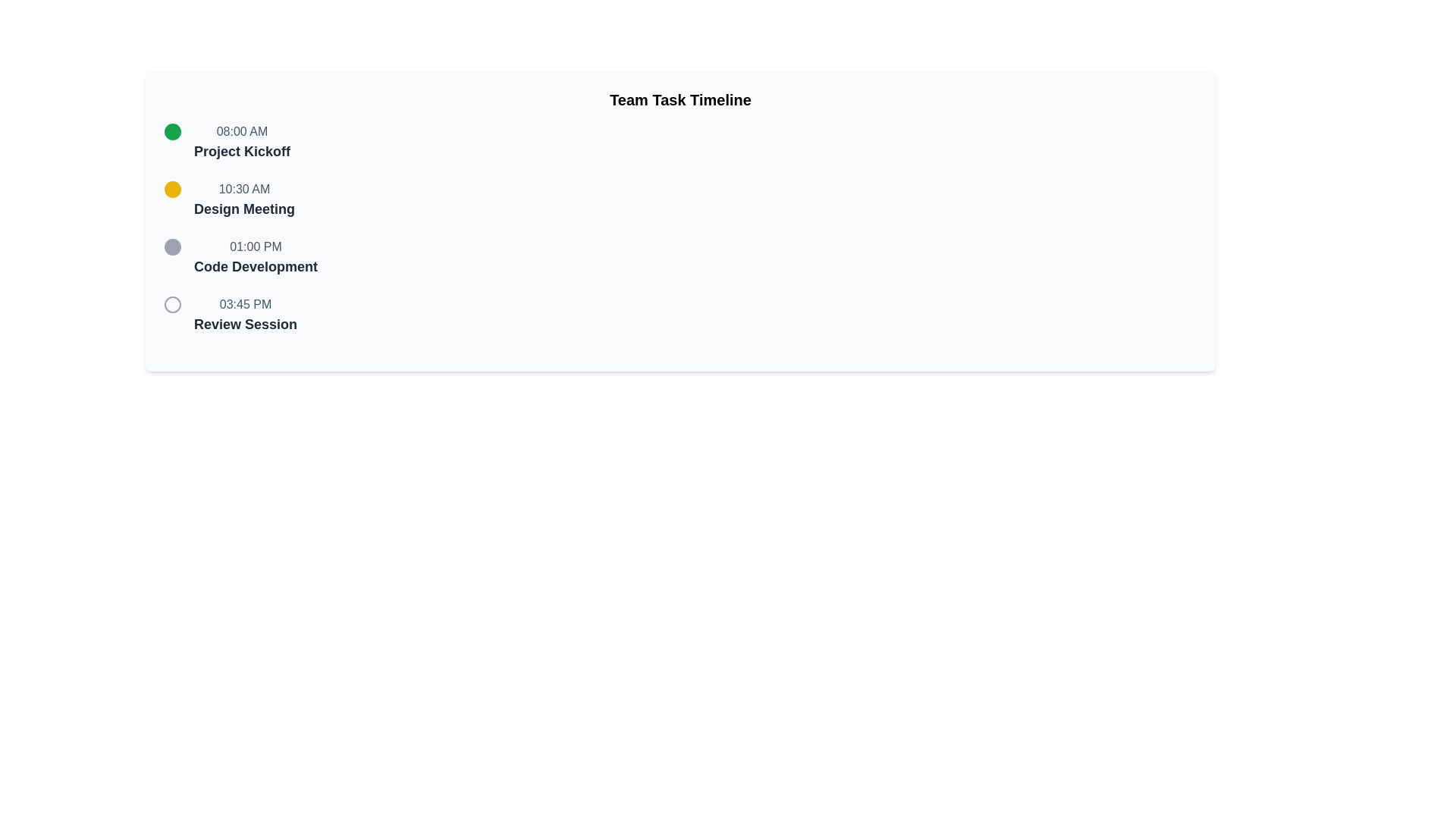 The image size is (1456, 819). Describe the element at coordinates (246, 315) in the screenshot. I see `the fourth entry text block` at that location.